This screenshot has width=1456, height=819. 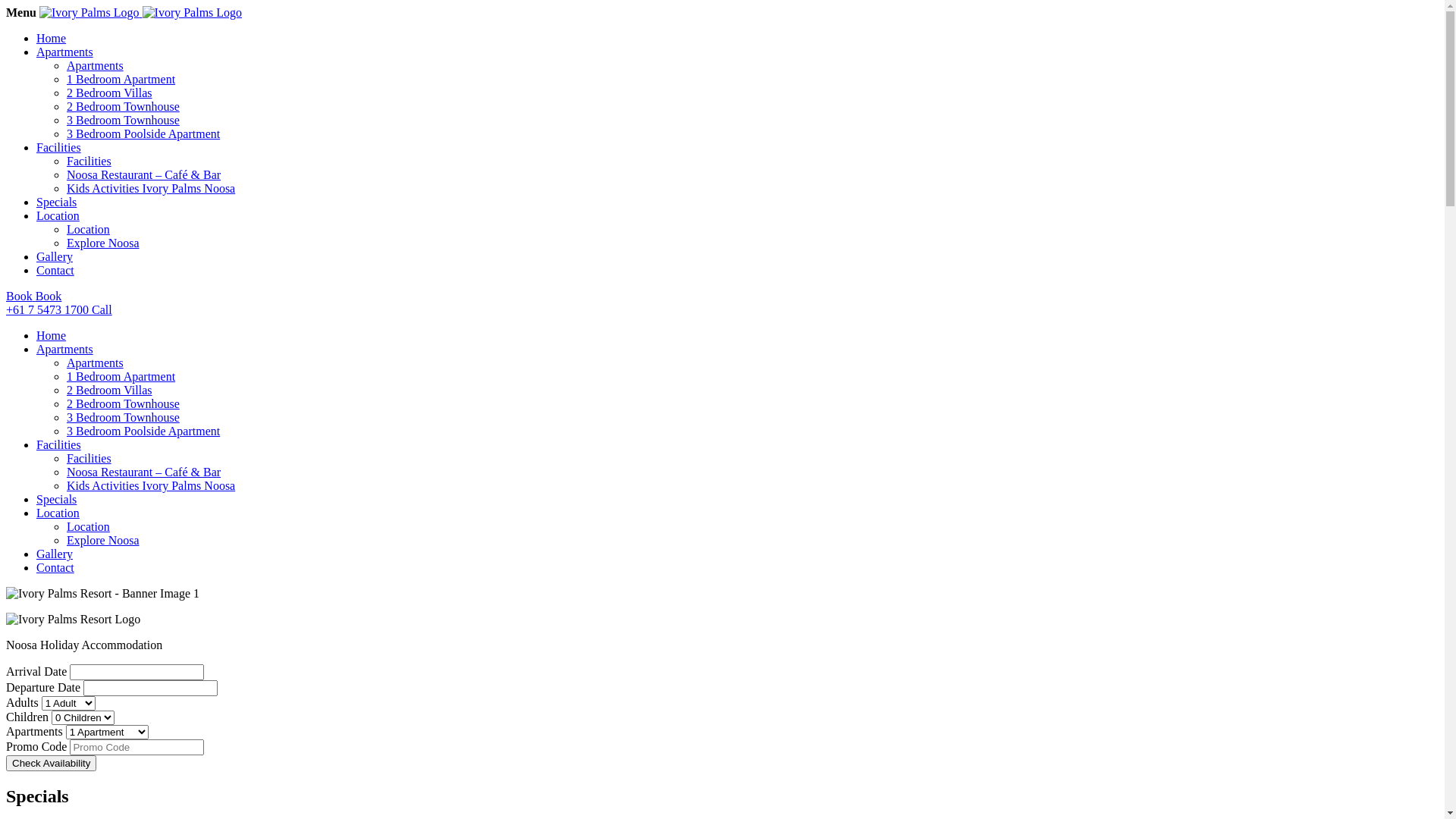 What do you see at coordinates (64, 51) in the screenshot?
I see `'Apartments'` at bounding box center [64, 51].